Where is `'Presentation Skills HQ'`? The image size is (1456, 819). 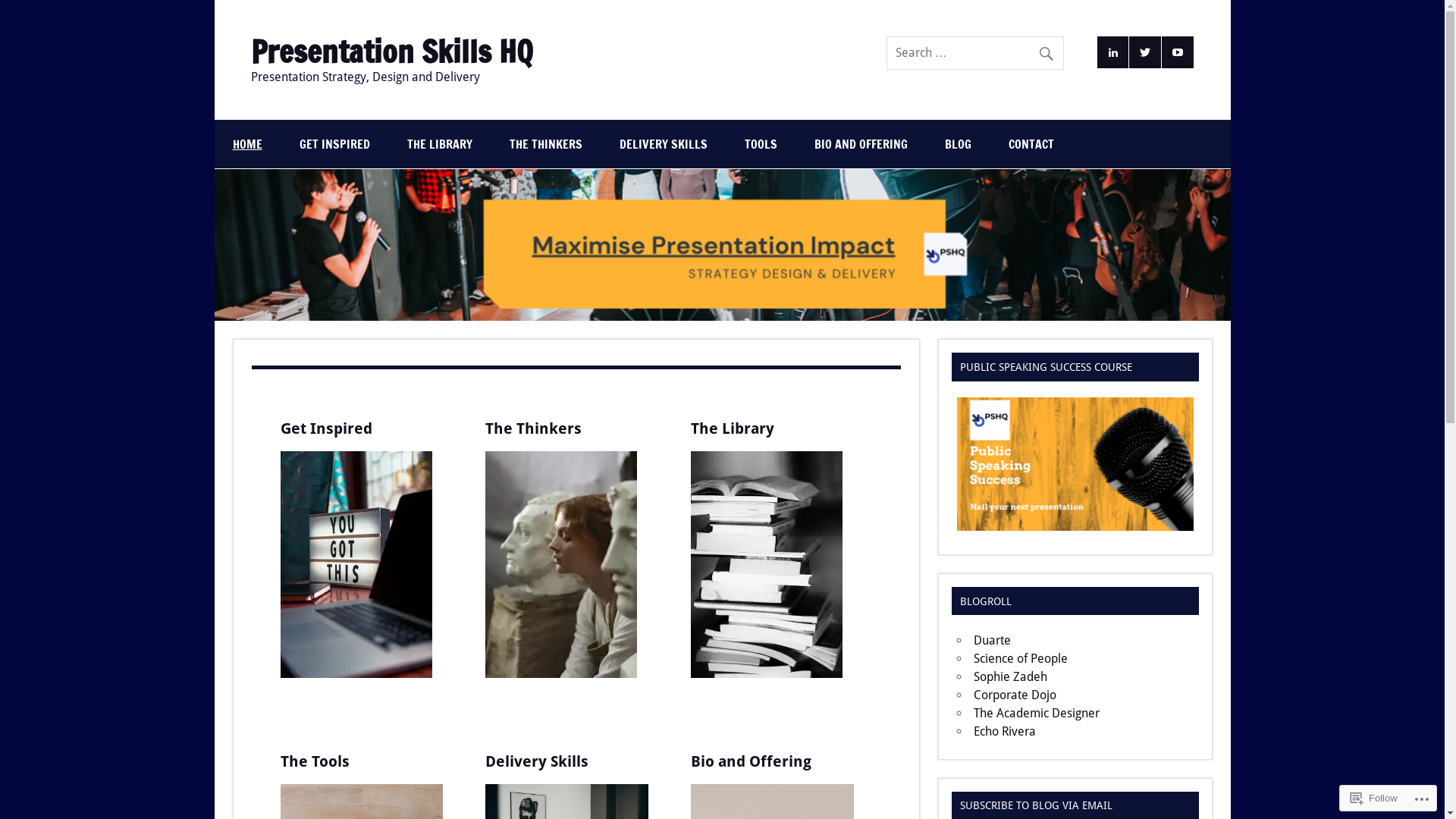 'Presentation Skills HQ' is located at coordinates (391, 51).